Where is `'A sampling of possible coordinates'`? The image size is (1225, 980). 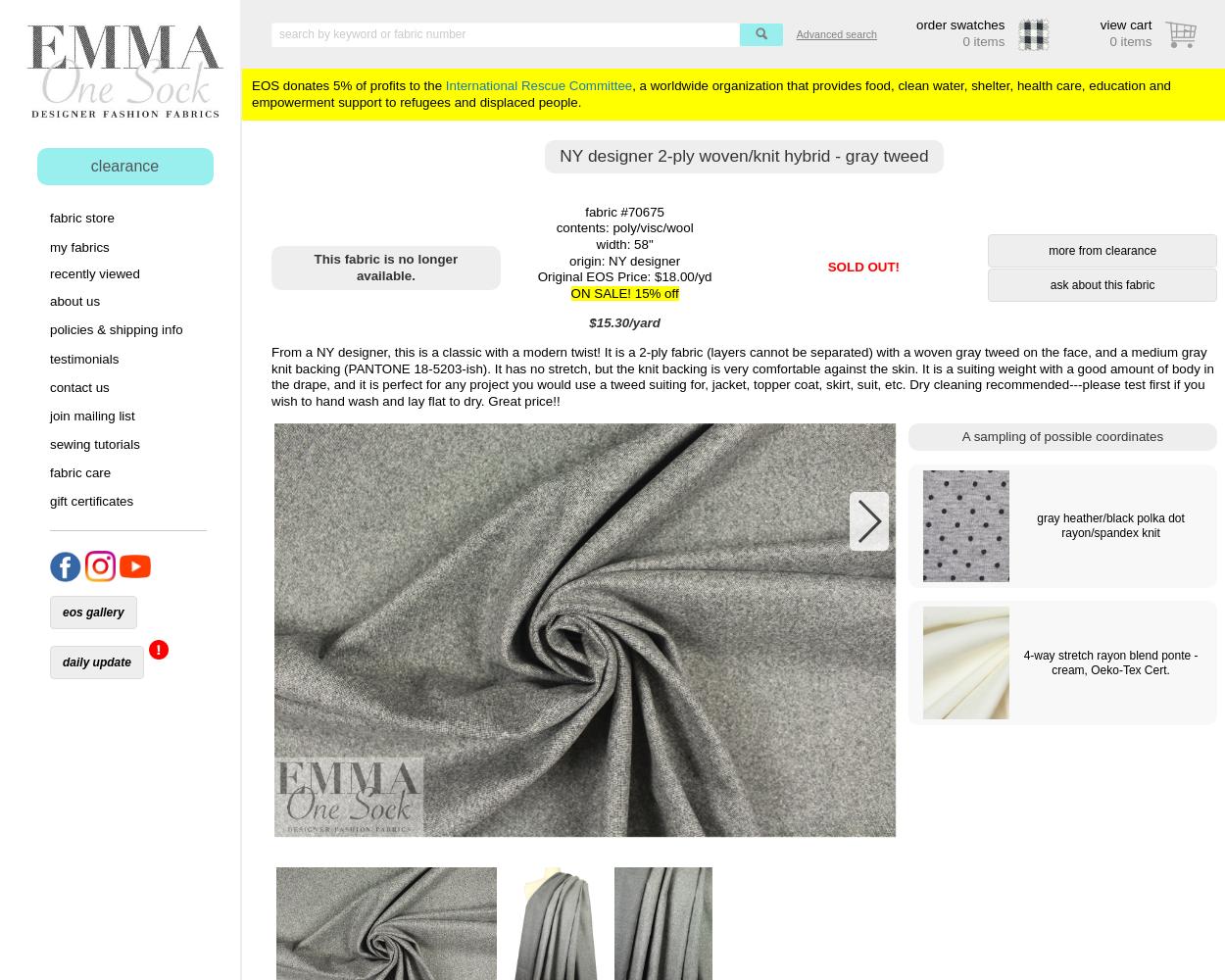 'A sampling of possible coordinates' is located at coordinates (960, 434).